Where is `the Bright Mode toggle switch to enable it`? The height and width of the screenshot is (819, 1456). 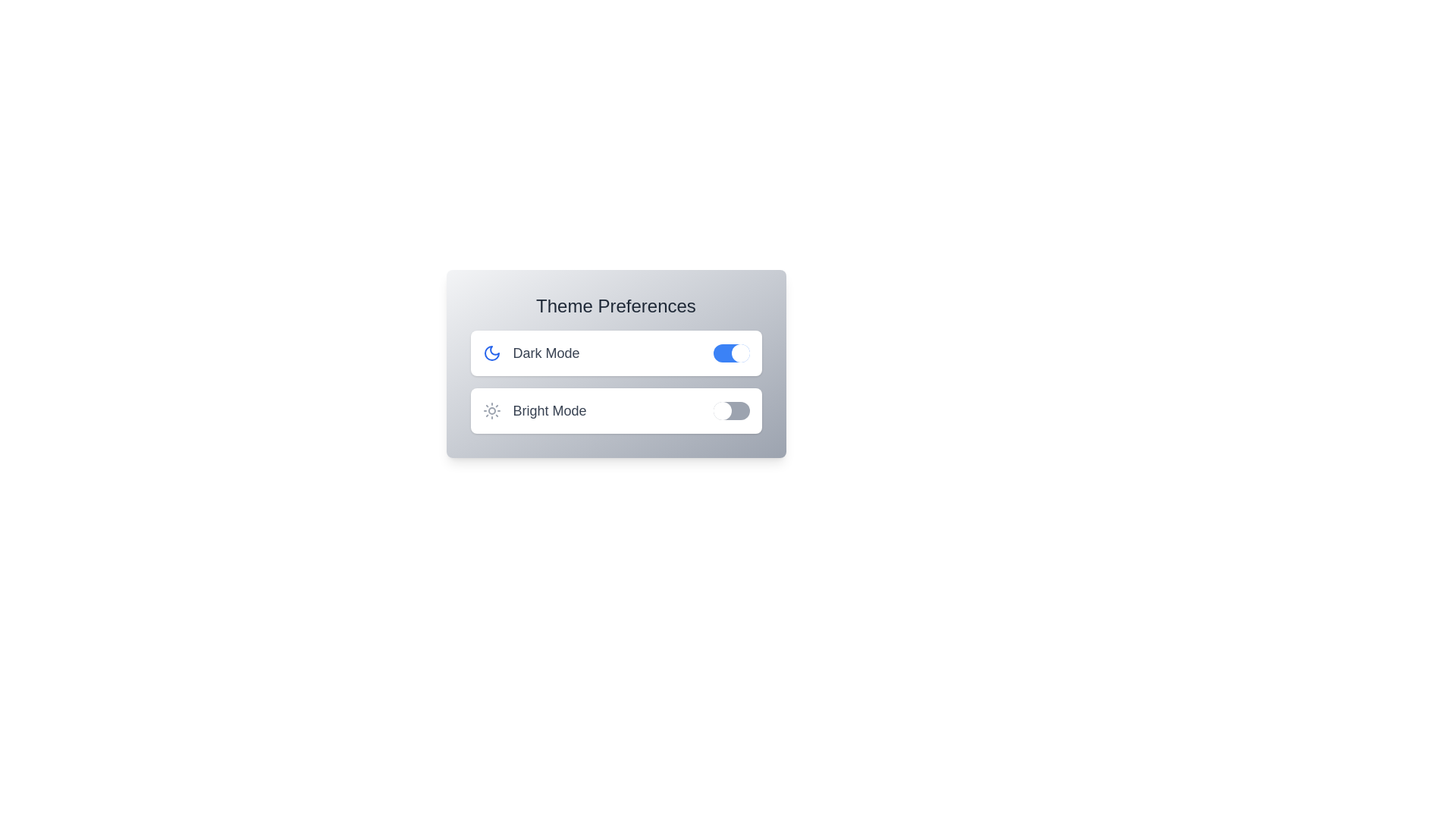
the Bright Mode toggle switch to enable it is located at coordinates (731, 411).